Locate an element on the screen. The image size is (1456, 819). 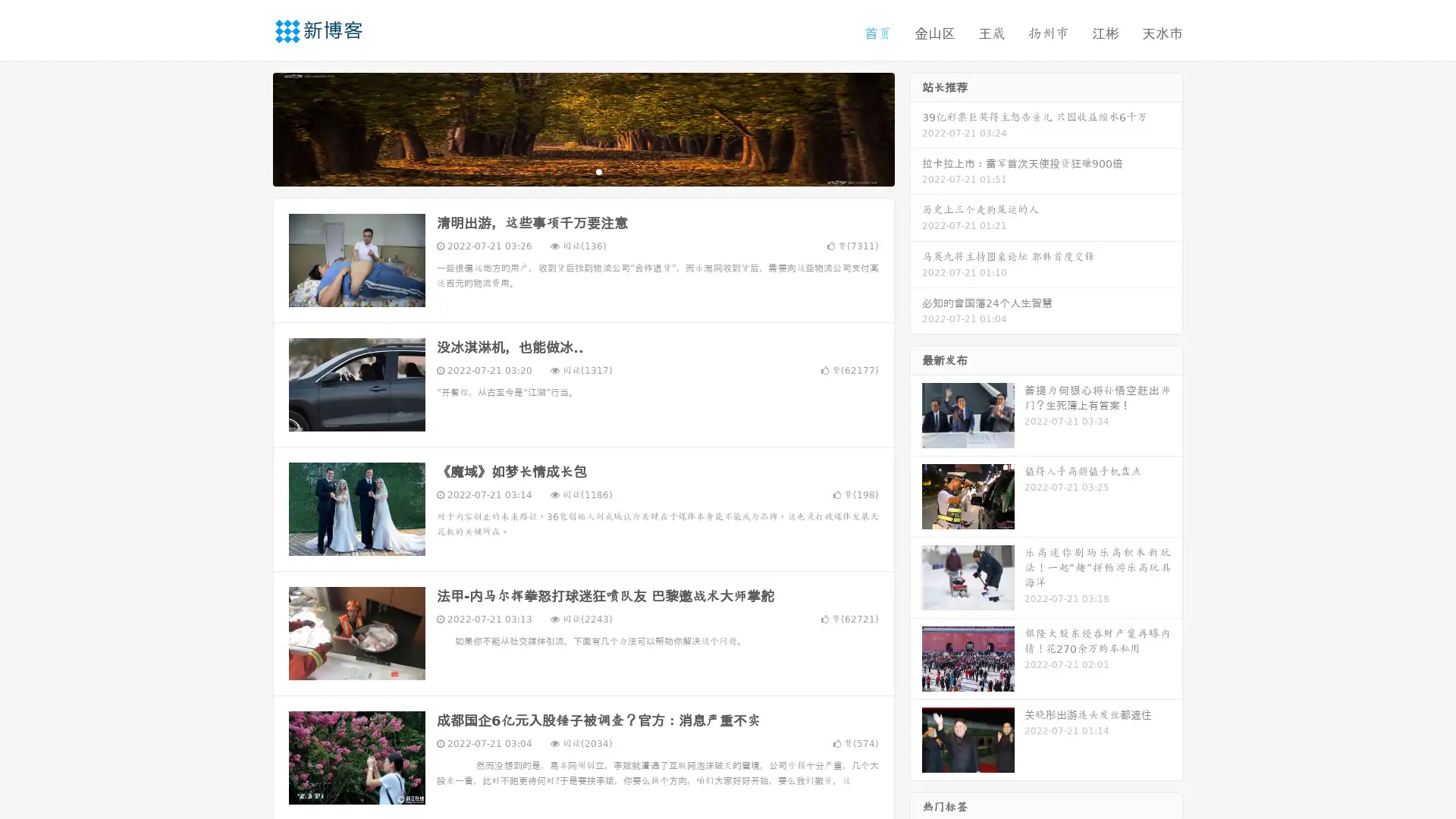
Previous slide is located at coordinates (250, 127).